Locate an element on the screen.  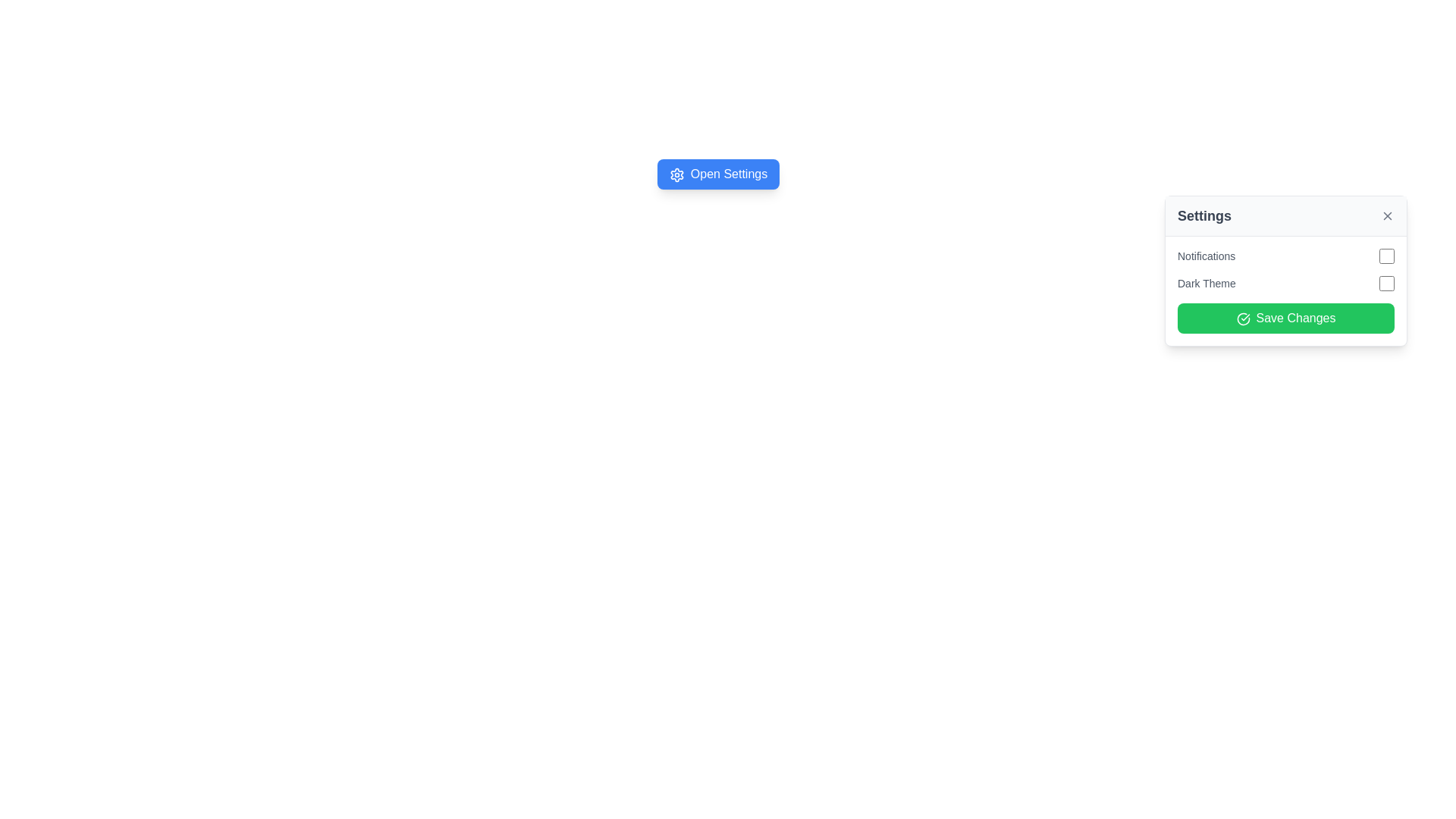
the cogwheel or gear icon located to the left of the 'Open Settings' text within the 'Open Settings' button is located at coordinates (676, 174).